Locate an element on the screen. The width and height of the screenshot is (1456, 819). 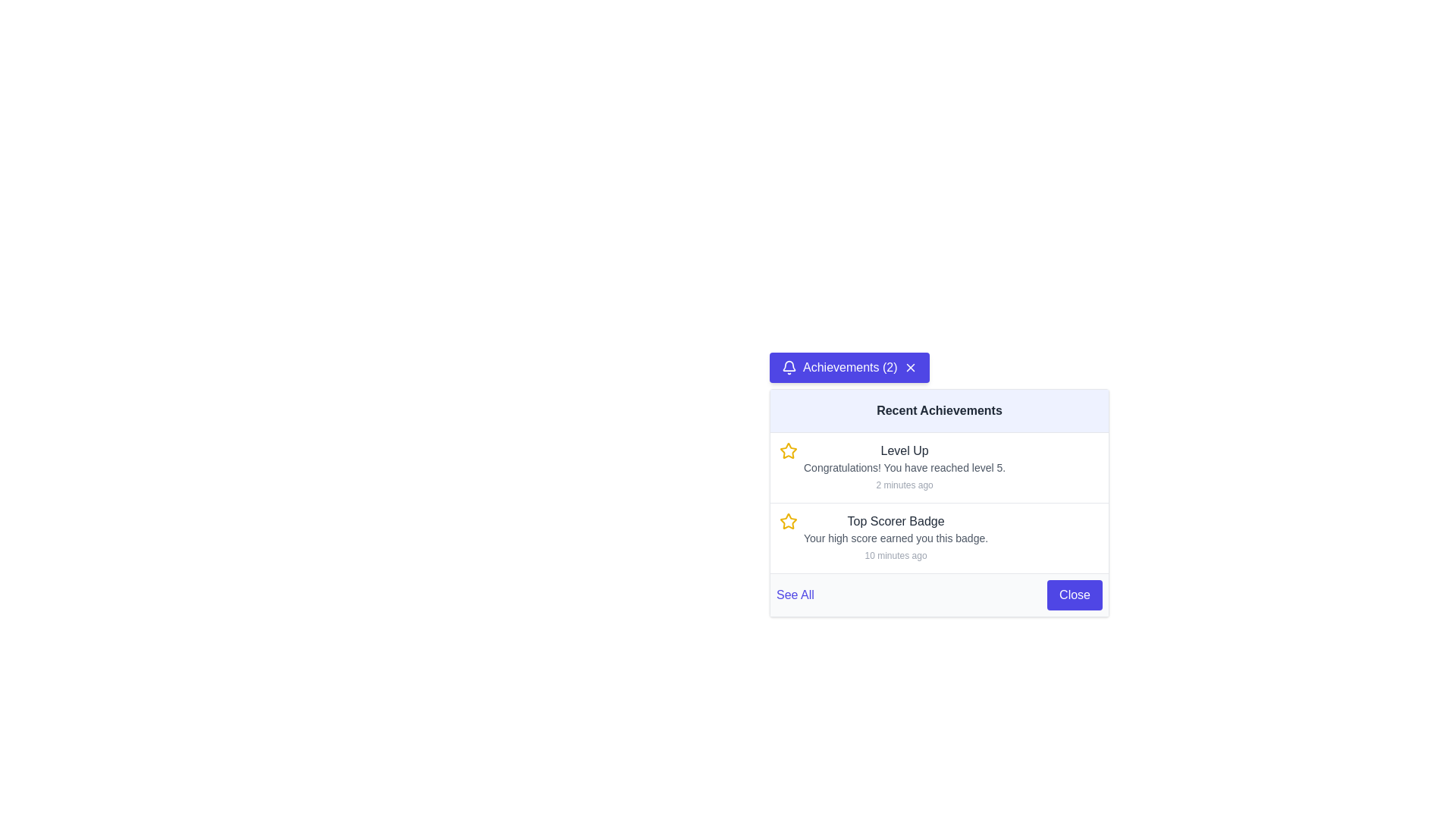
notification details from the Notification item located in the first row of the 'Recent Achievements' section, below the title 'Recent Achievements' is located at coordinates (905, 467).